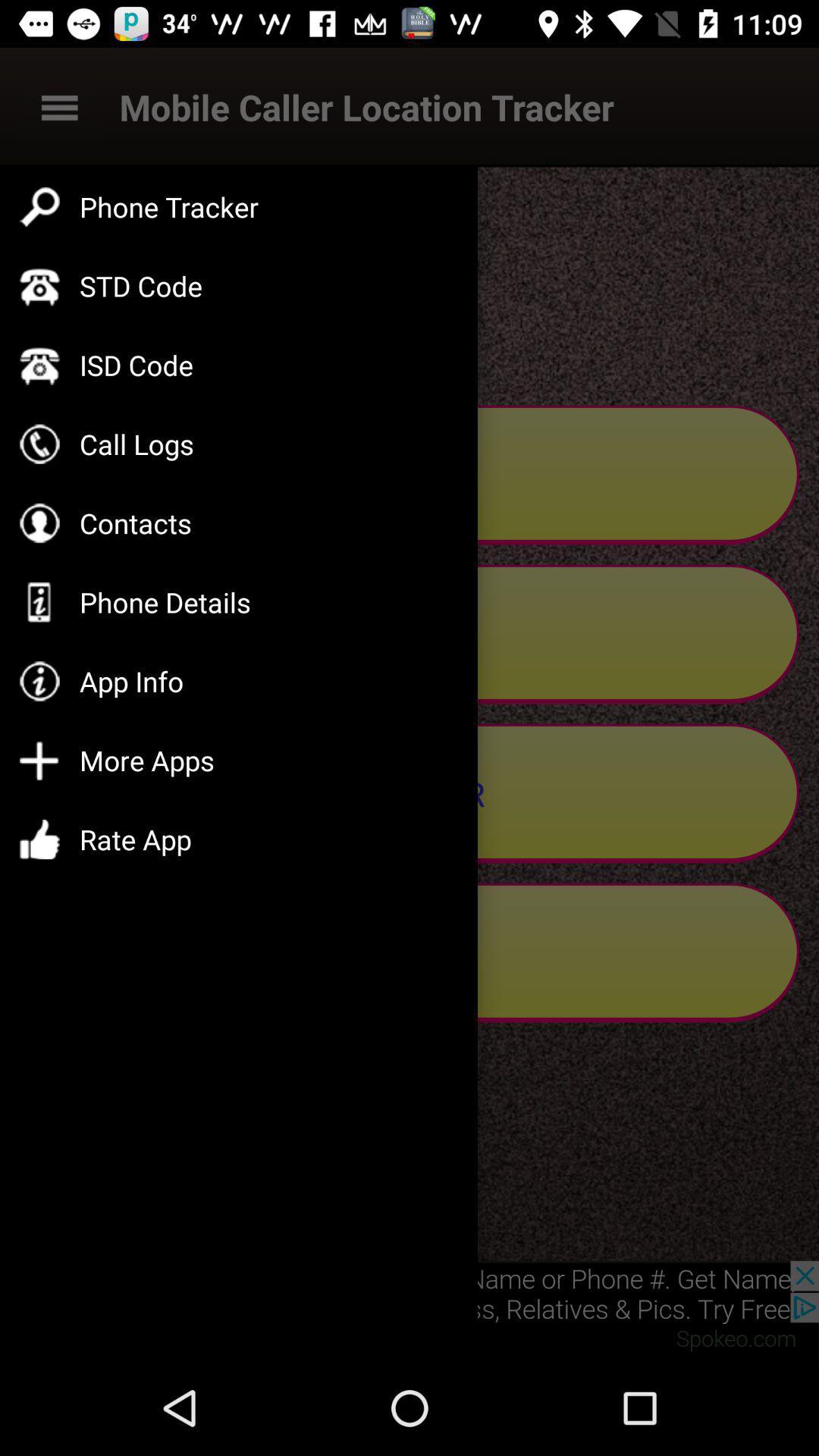  I want to click on the symbol to the left side of isd code, so click(39, 365).